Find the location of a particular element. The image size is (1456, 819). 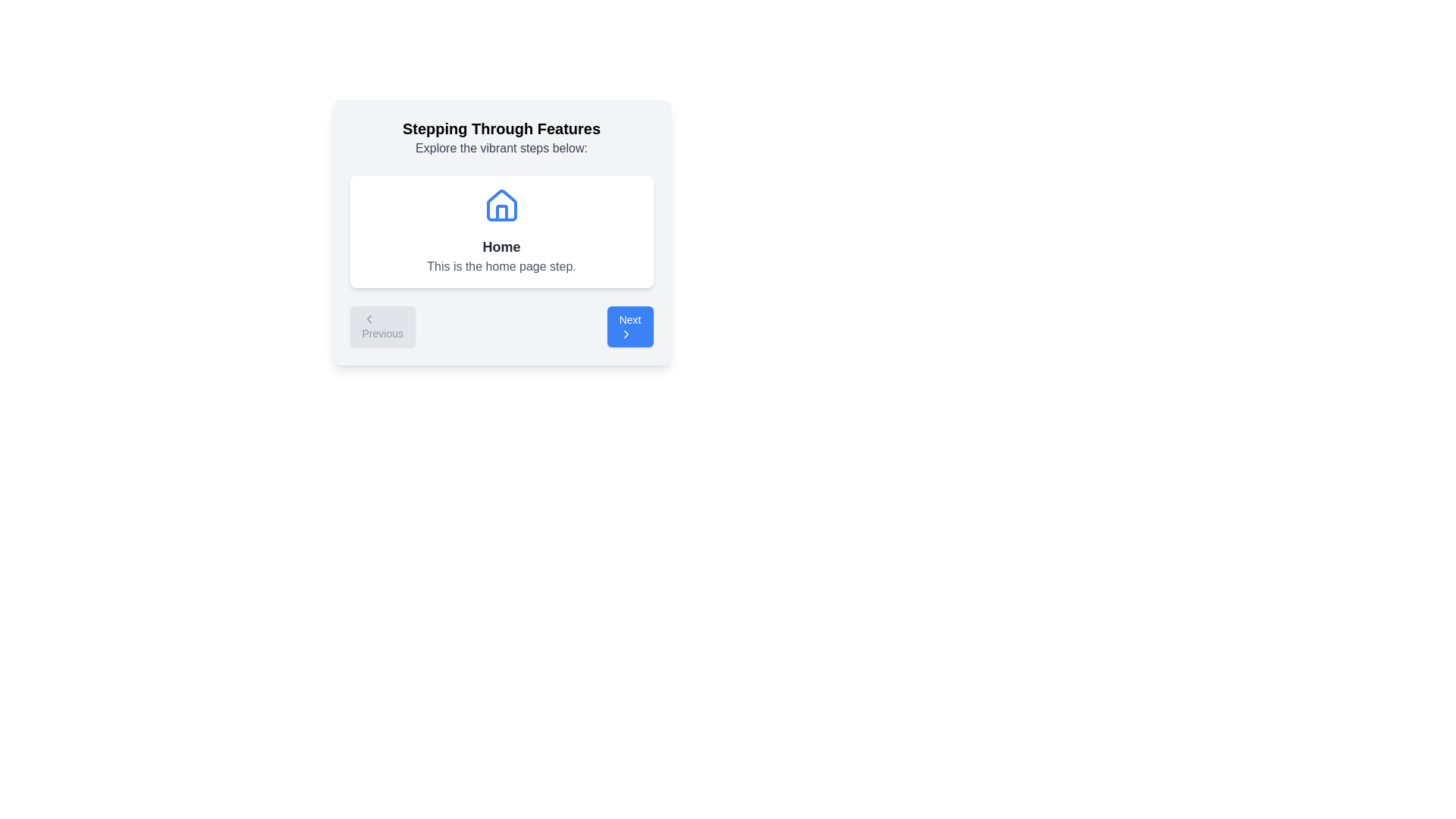

the right-facing chevron icon that is part of the blue 'Next' button, located at the bottom-right corner of the interface is located at coordinates (626, 333).